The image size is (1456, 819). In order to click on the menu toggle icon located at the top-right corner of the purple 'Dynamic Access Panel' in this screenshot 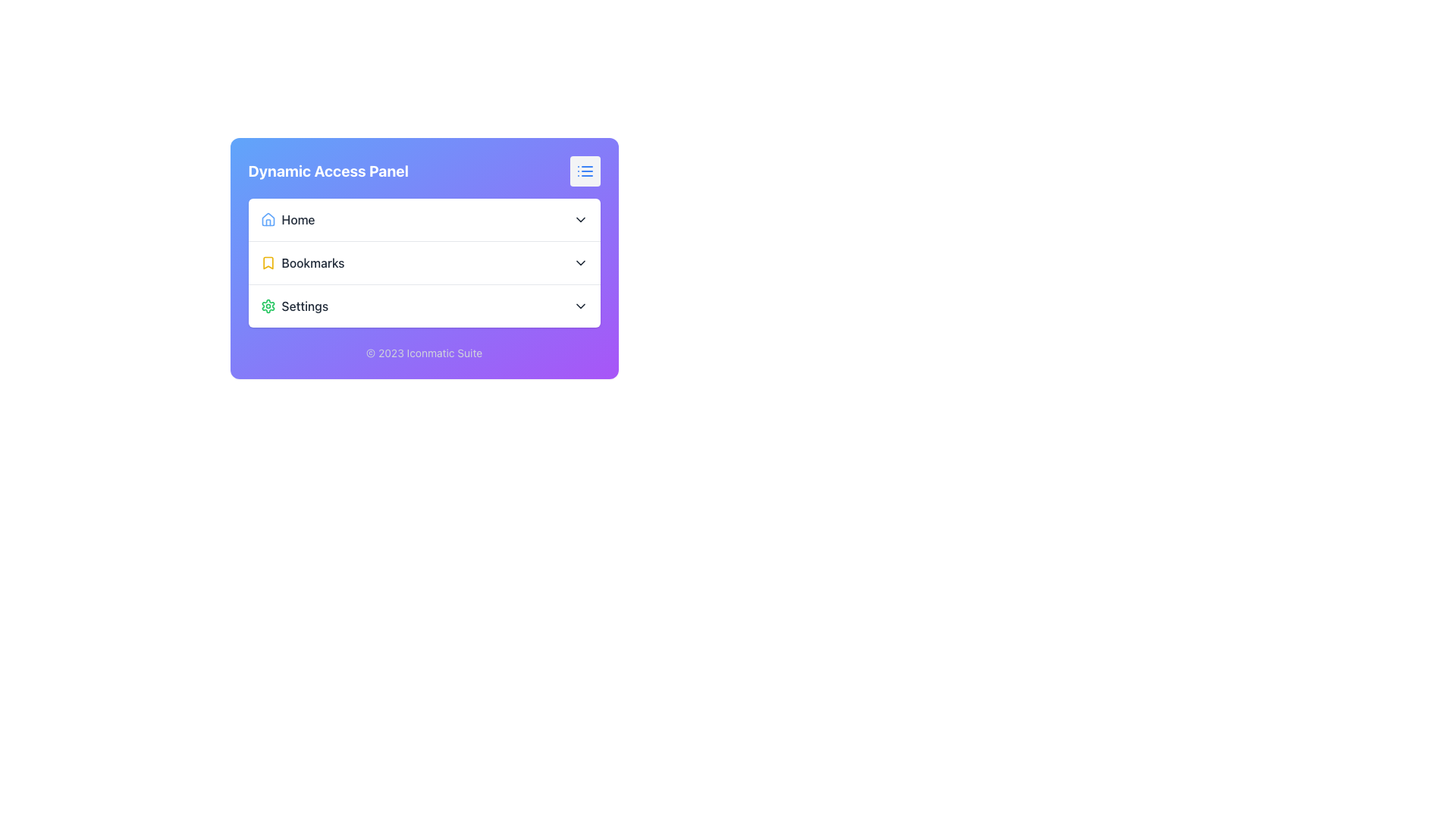, I will do `click(584, 171)`.